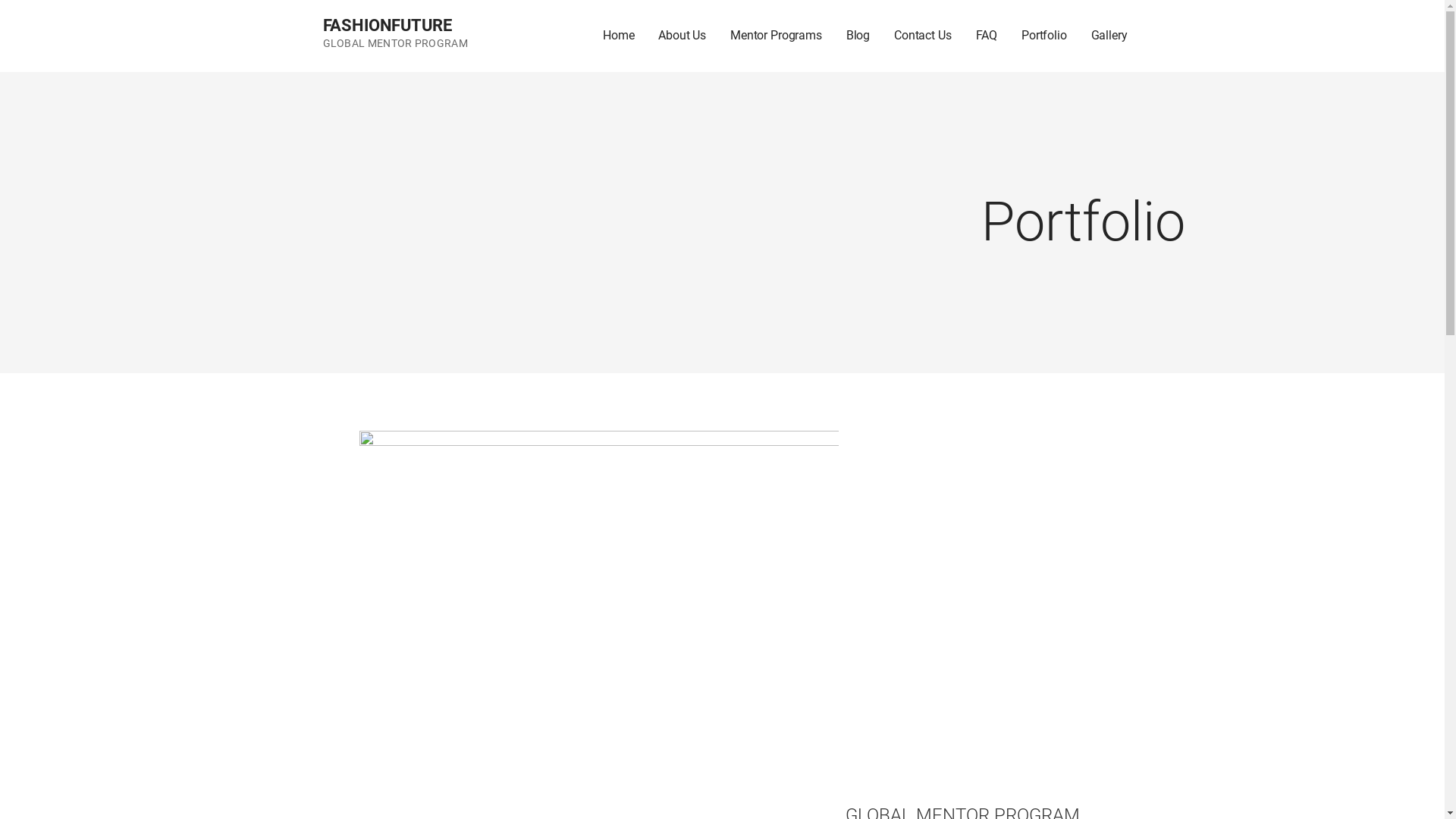 The image size is (1456, 819). What do you see at coordinates (681, 35) in the screenshot?
I see `'About Us'` at bounding box center [681, 35].